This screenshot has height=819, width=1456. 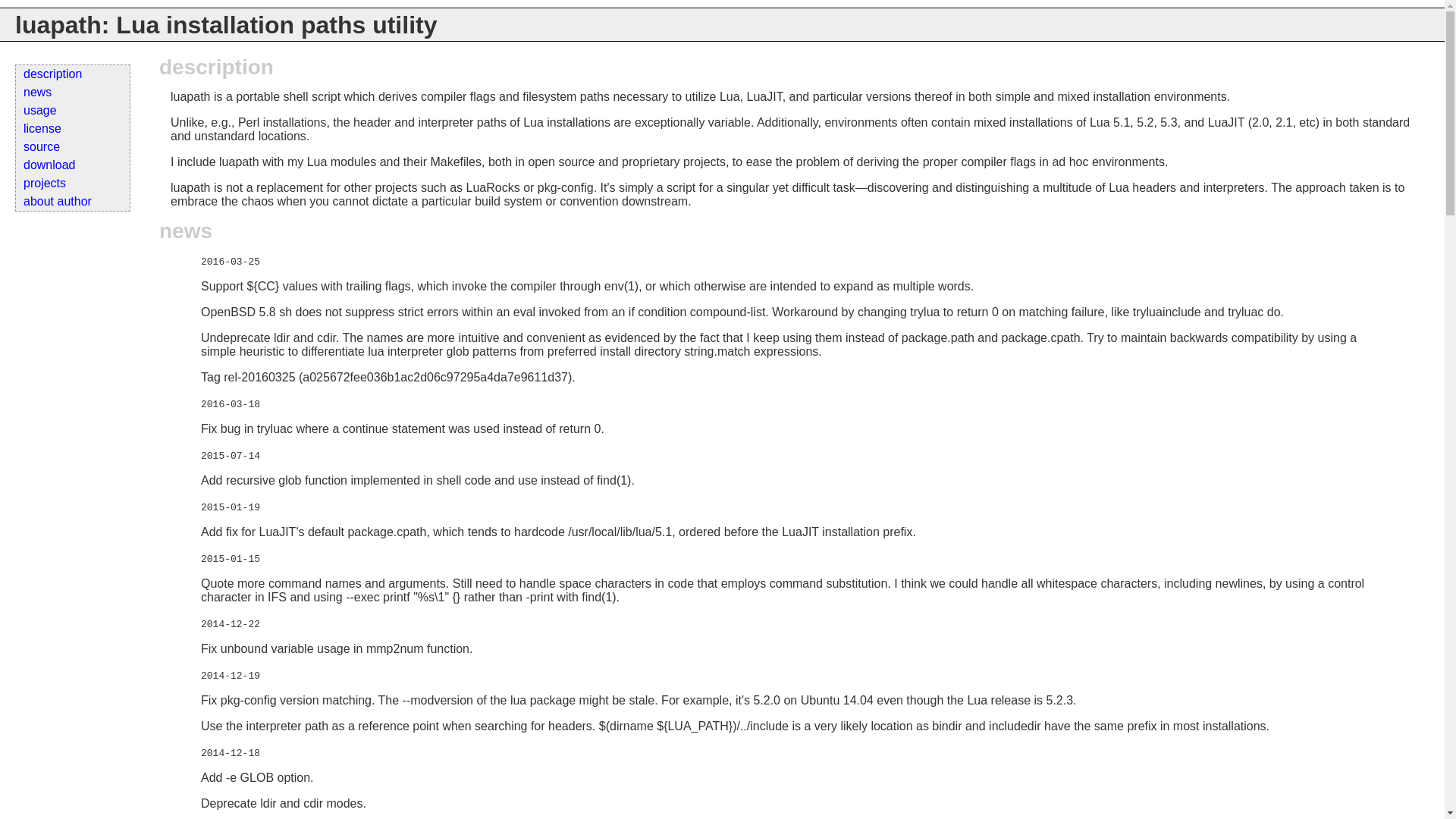 What do you see at coordinates (72, 146) in the screenshot?
I see `'source'` at bounding box center [72, 146].